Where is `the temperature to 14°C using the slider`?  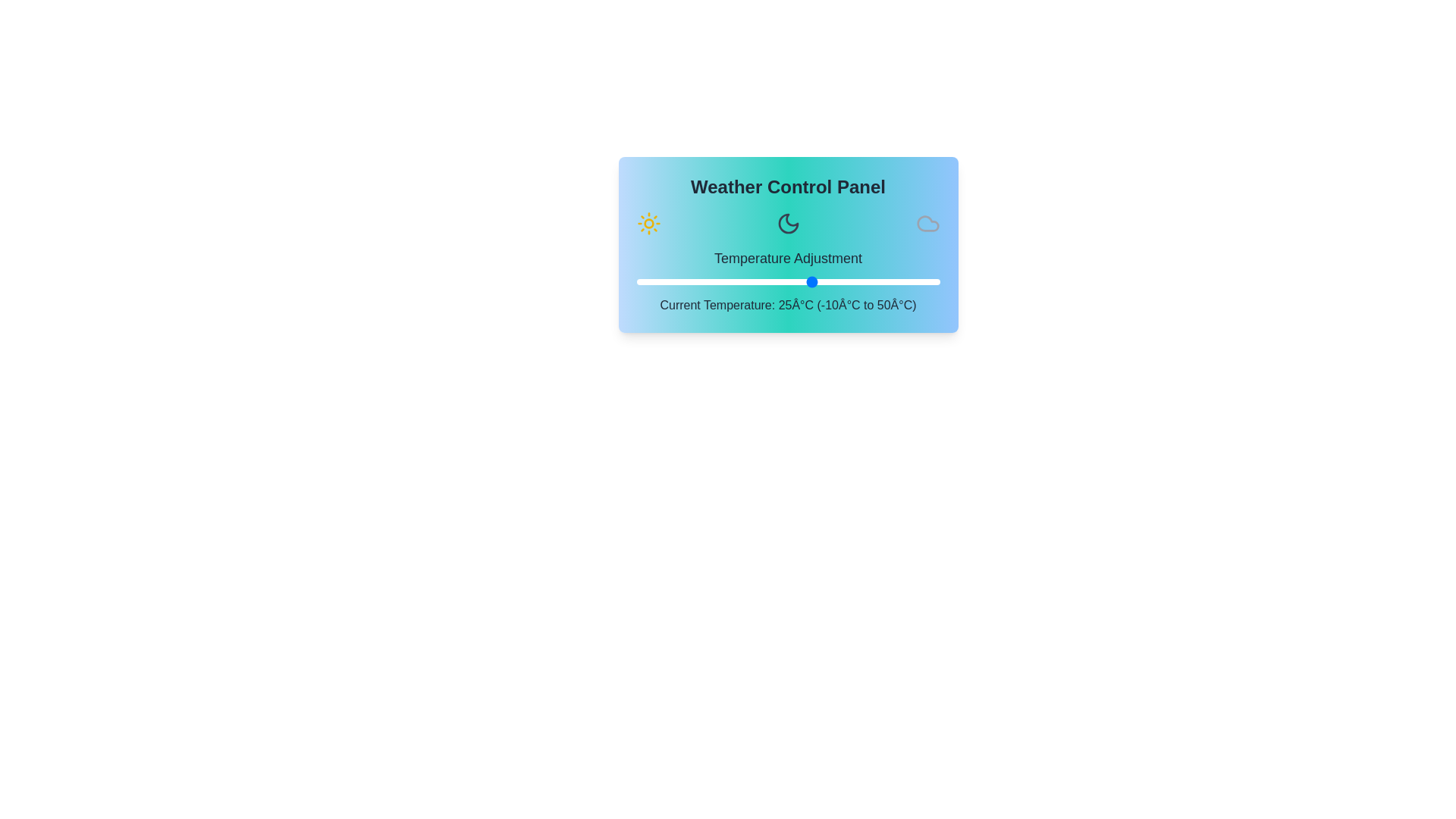 the temperature to 14°C using the slider is located at coordinates (758, 281).